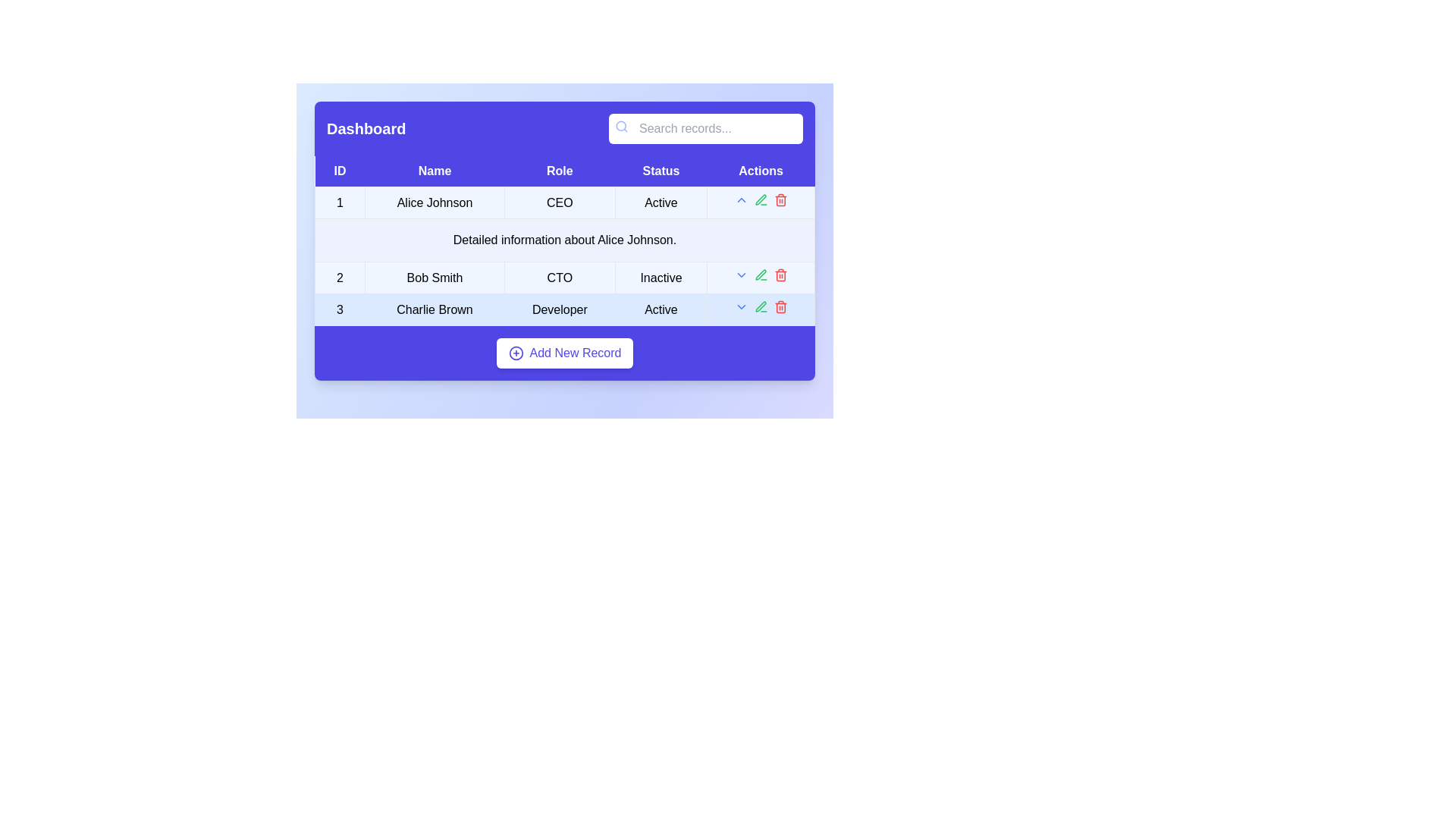 This screenshot has height=819, width=1456. What do you see at coordinates (621, 125) in the screenshot?
I see `the inner circle of the search icon located in the top-right section of the interface` at bounding box center [621, 125].